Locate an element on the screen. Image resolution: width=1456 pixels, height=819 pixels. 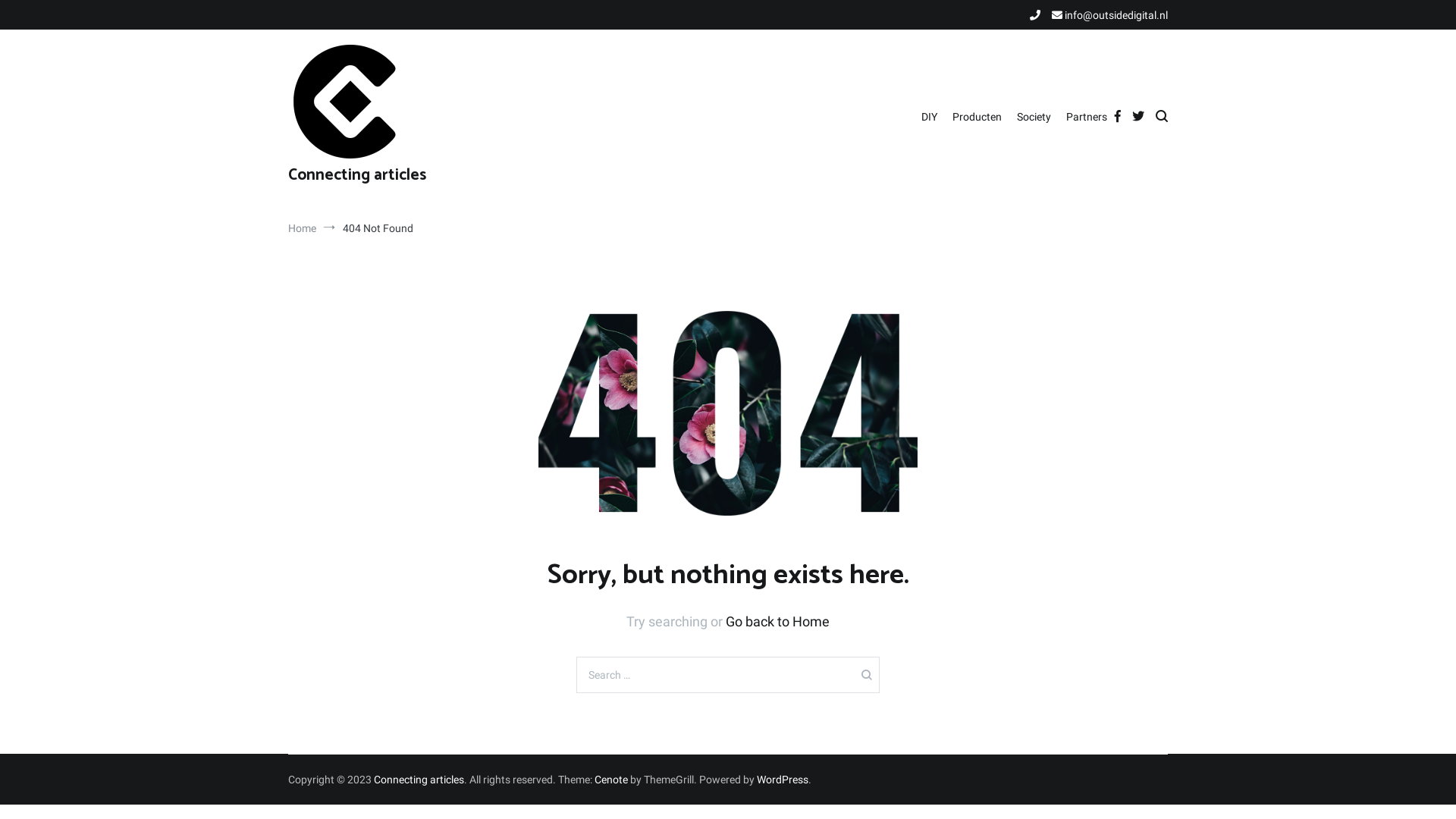
'DIY' is located at coordinates (928, 116).